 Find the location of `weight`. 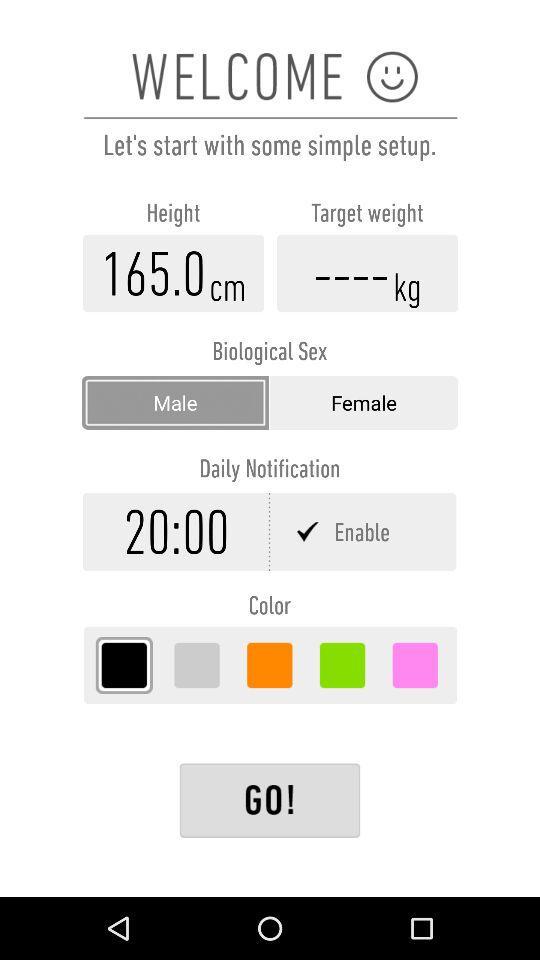

weight is located at coordinates (366, 272).